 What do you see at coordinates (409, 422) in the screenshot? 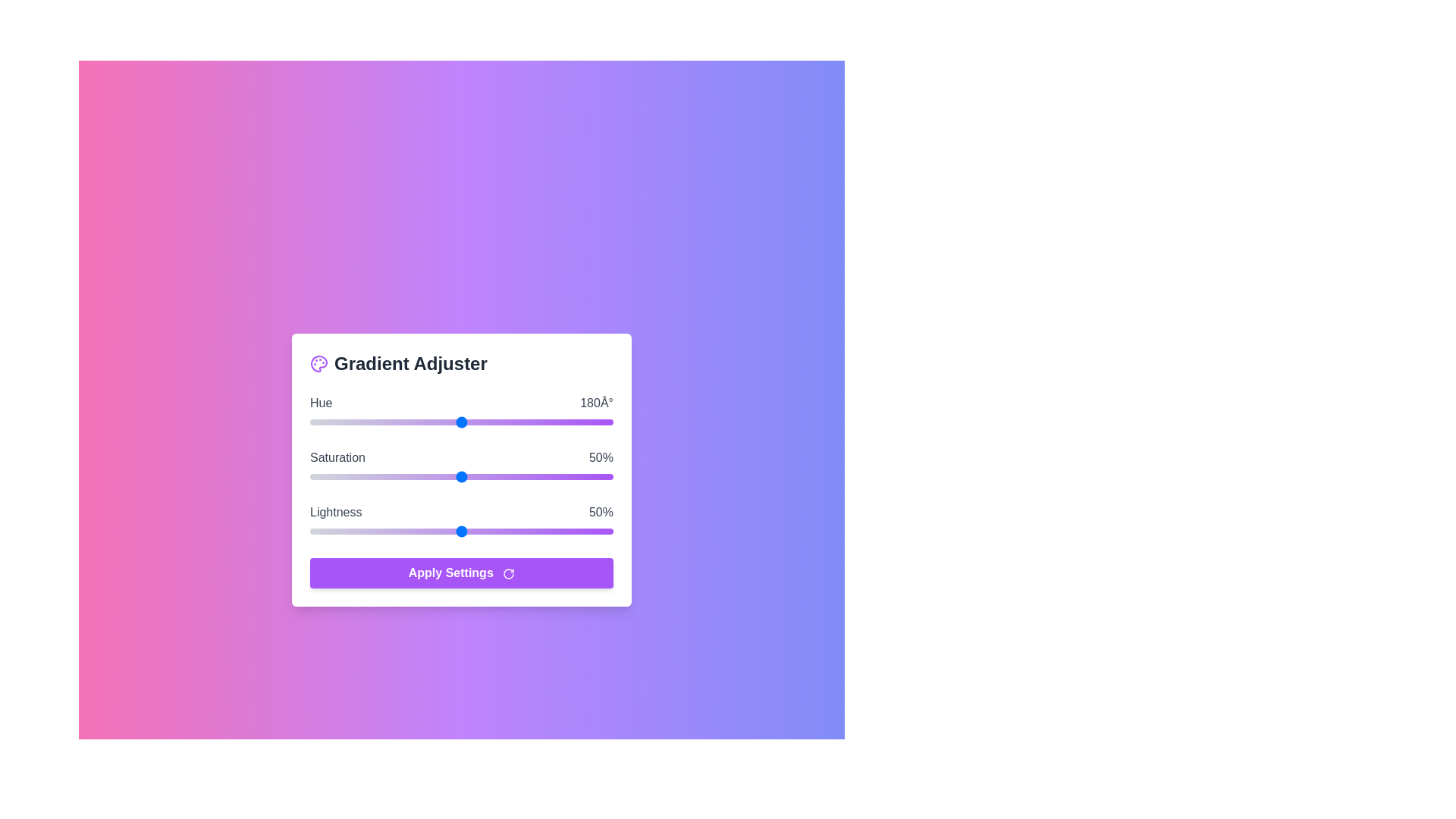
I see `the Hue slider to set the value to 118` at bounding box center [409, 422].